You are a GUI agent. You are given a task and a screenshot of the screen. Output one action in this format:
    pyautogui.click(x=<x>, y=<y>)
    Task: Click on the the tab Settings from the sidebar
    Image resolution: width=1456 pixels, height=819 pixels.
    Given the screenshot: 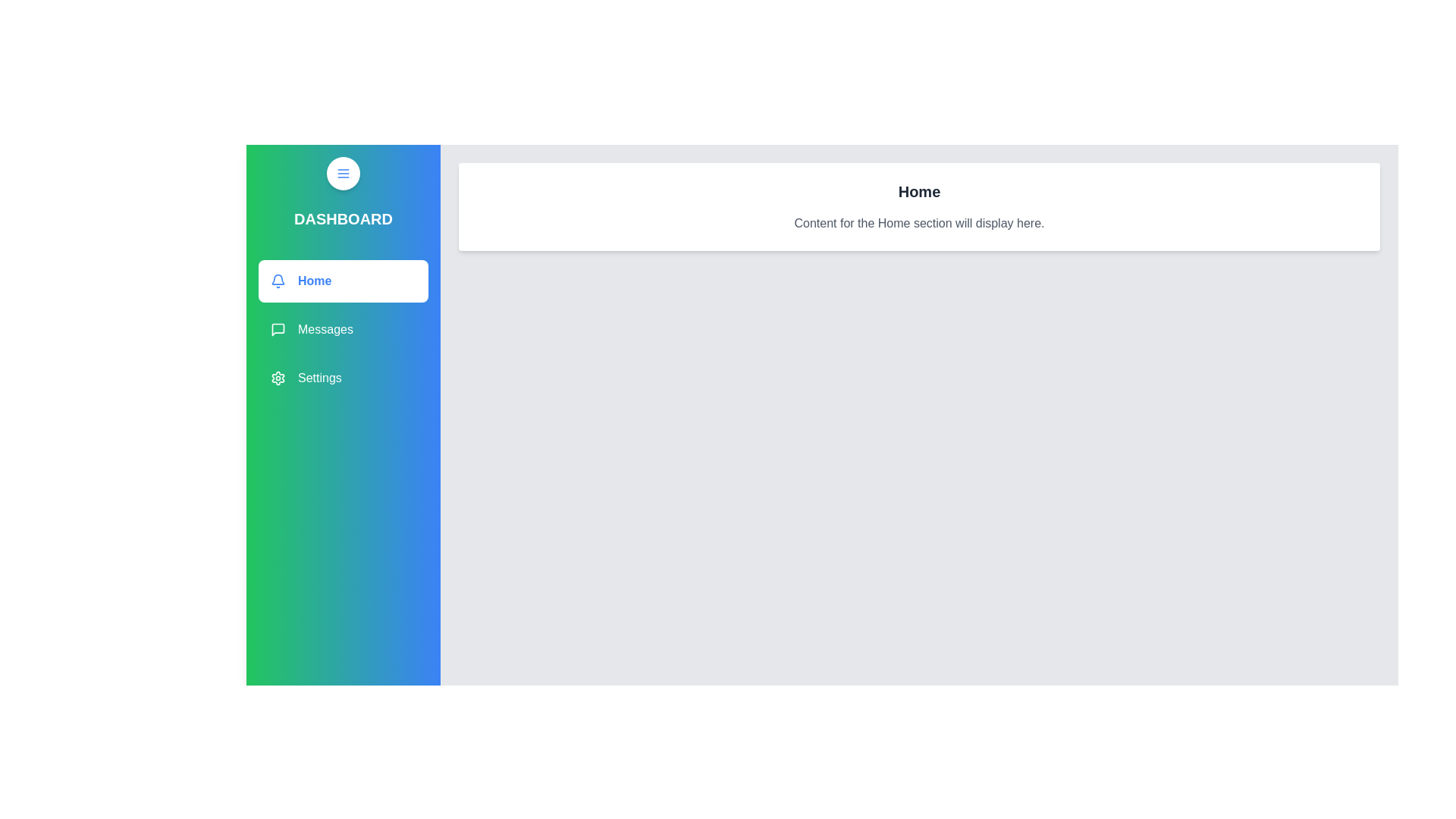 What is the action you would take?
    pyautogui.click(x=342, y=377)
    